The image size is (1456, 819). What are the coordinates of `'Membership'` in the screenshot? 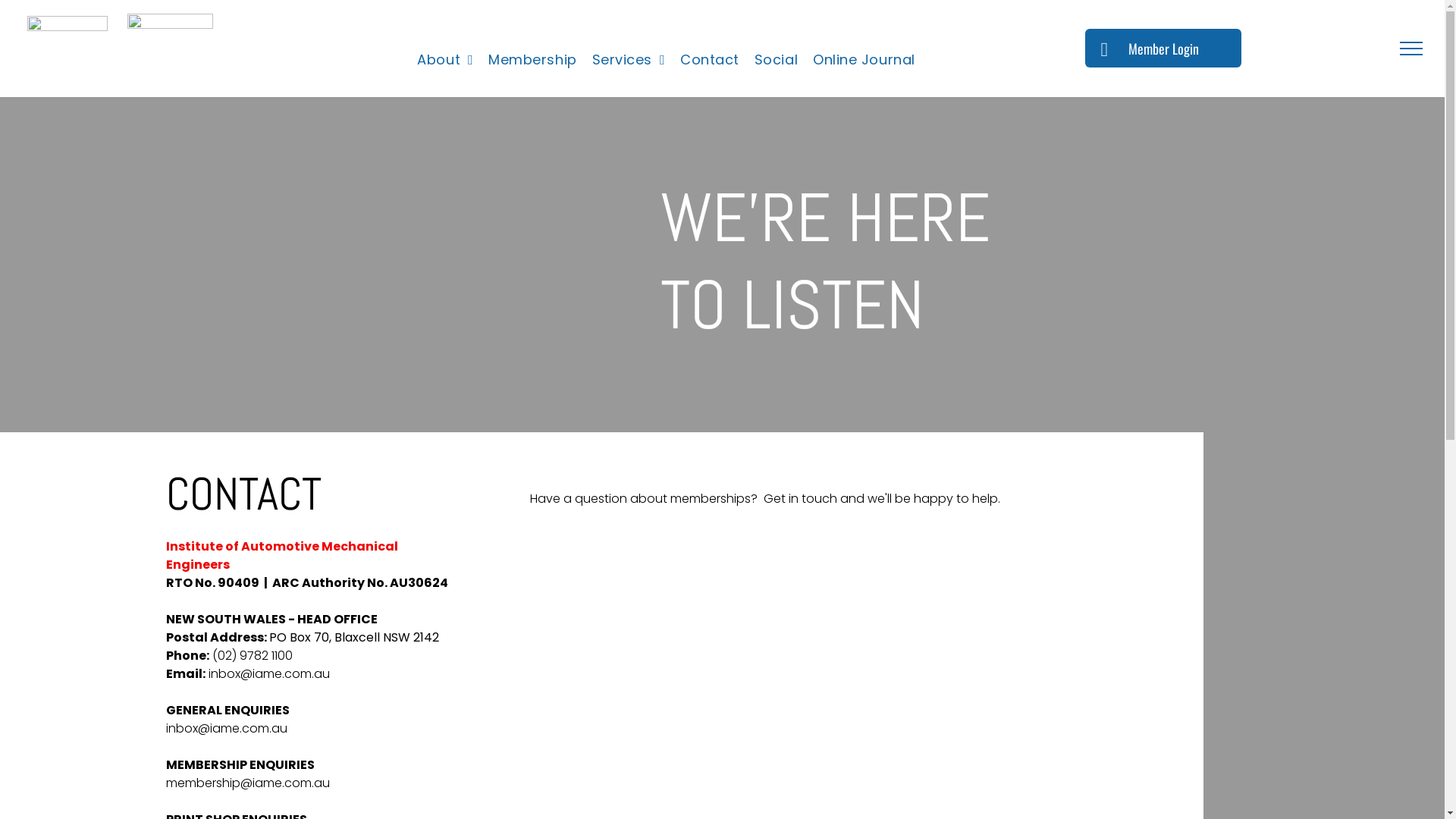 It's located at (532, 58).